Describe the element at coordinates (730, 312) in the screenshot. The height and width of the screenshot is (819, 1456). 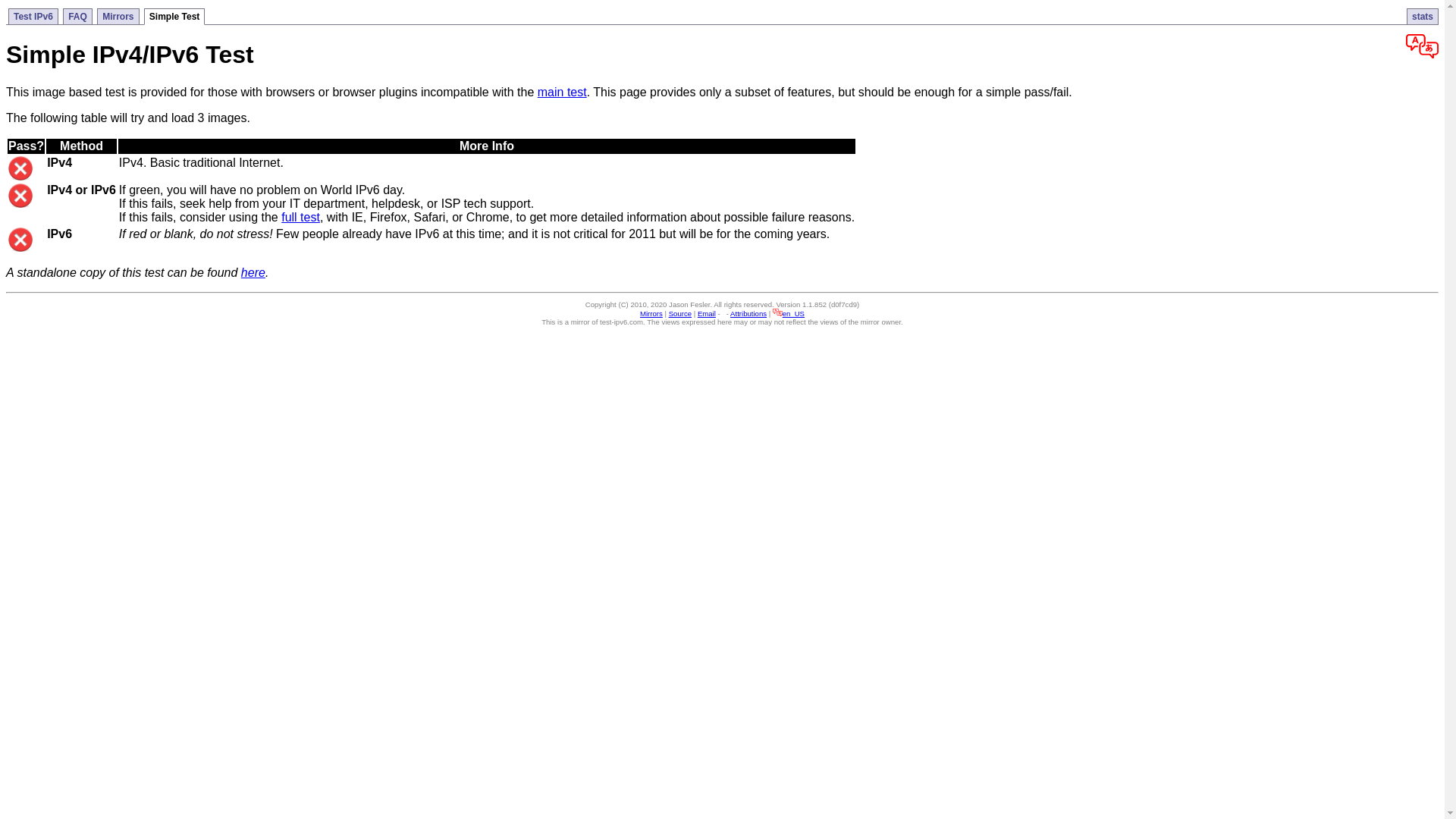
I see `'Attributions'` at that location.